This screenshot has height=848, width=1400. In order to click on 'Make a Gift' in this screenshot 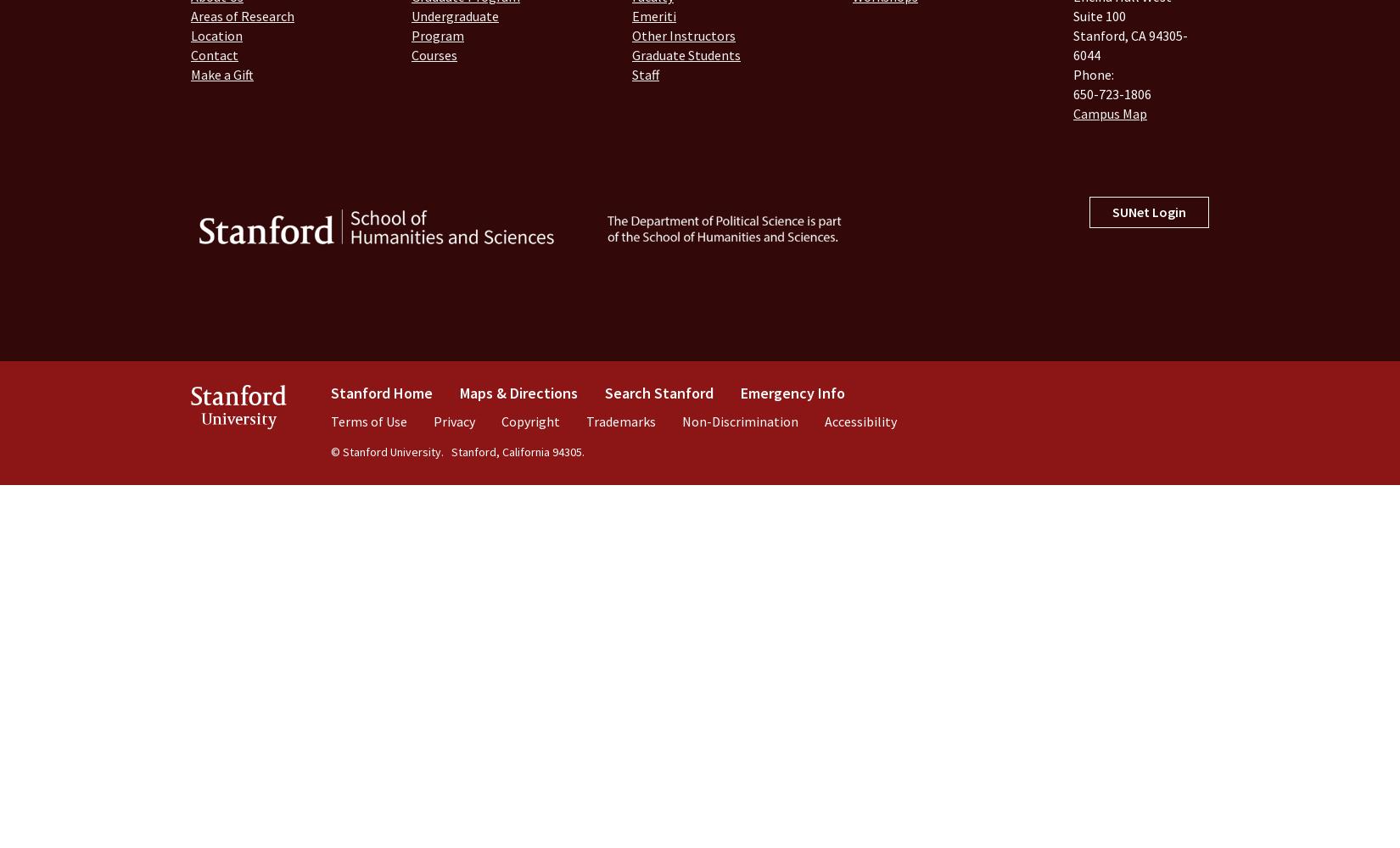, I will do `click(222, 73)`.